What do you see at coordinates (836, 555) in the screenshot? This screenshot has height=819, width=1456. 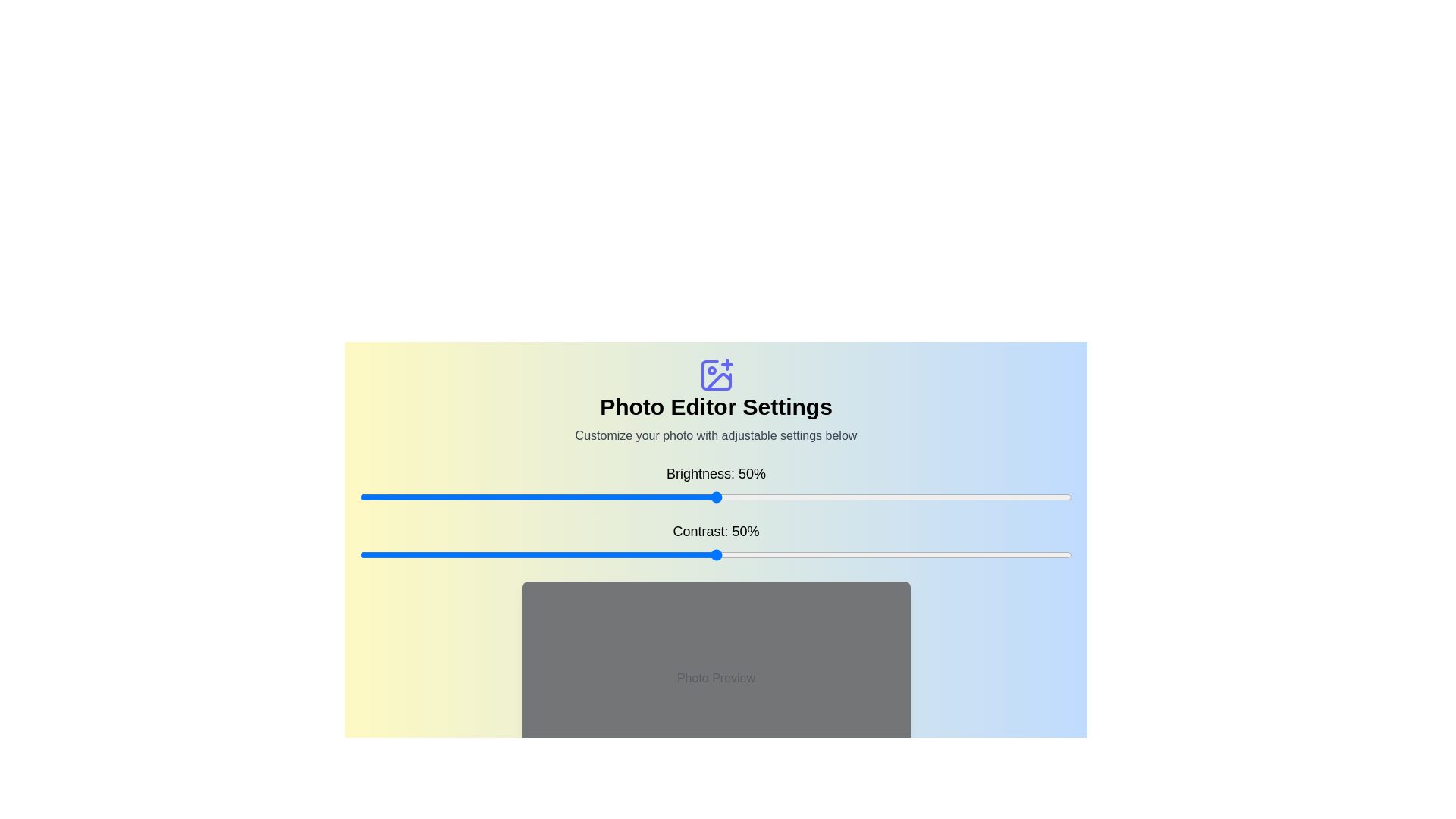 I see `the contrast slider to 67%` at bounding box center [836, 555].